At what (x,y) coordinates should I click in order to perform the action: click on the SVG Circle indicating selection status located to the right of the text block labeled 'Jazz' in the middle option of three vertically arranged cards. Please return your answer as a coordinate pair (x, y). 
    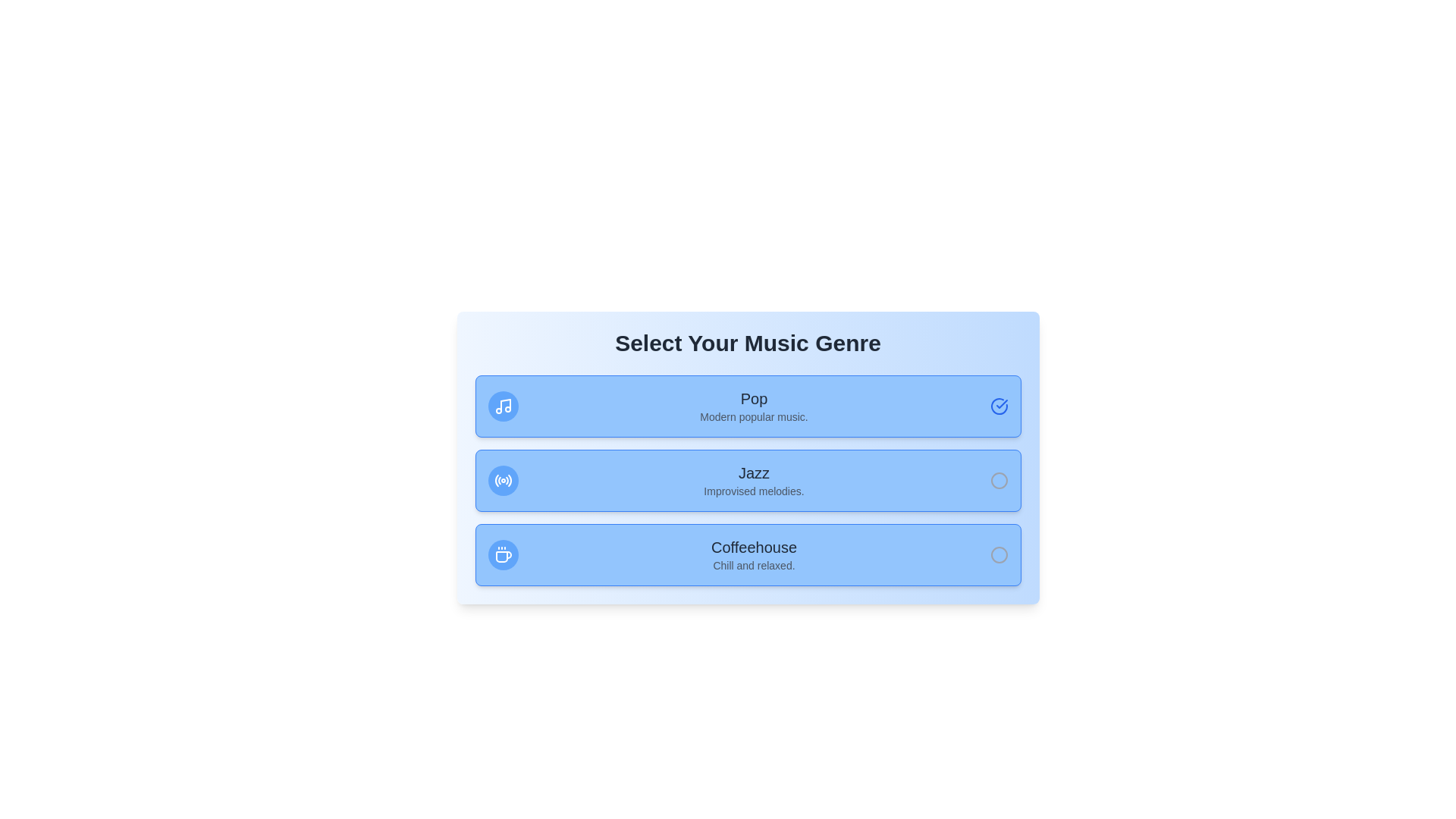
    Looking at the image, I should click on (999, 480).